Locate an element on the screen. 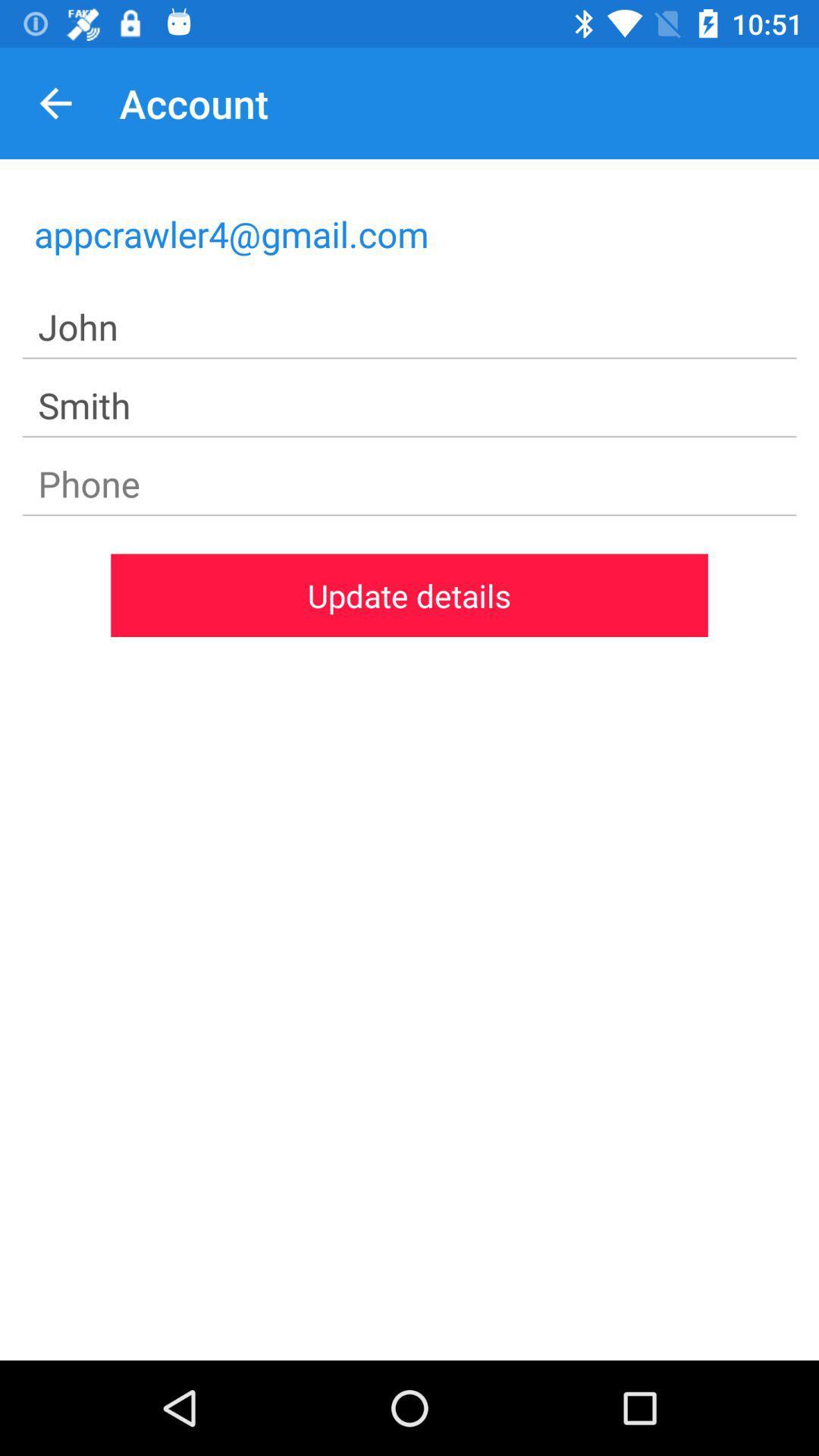 The image size is (819, 1456). item below the john item is located at coordinates (409, 406).